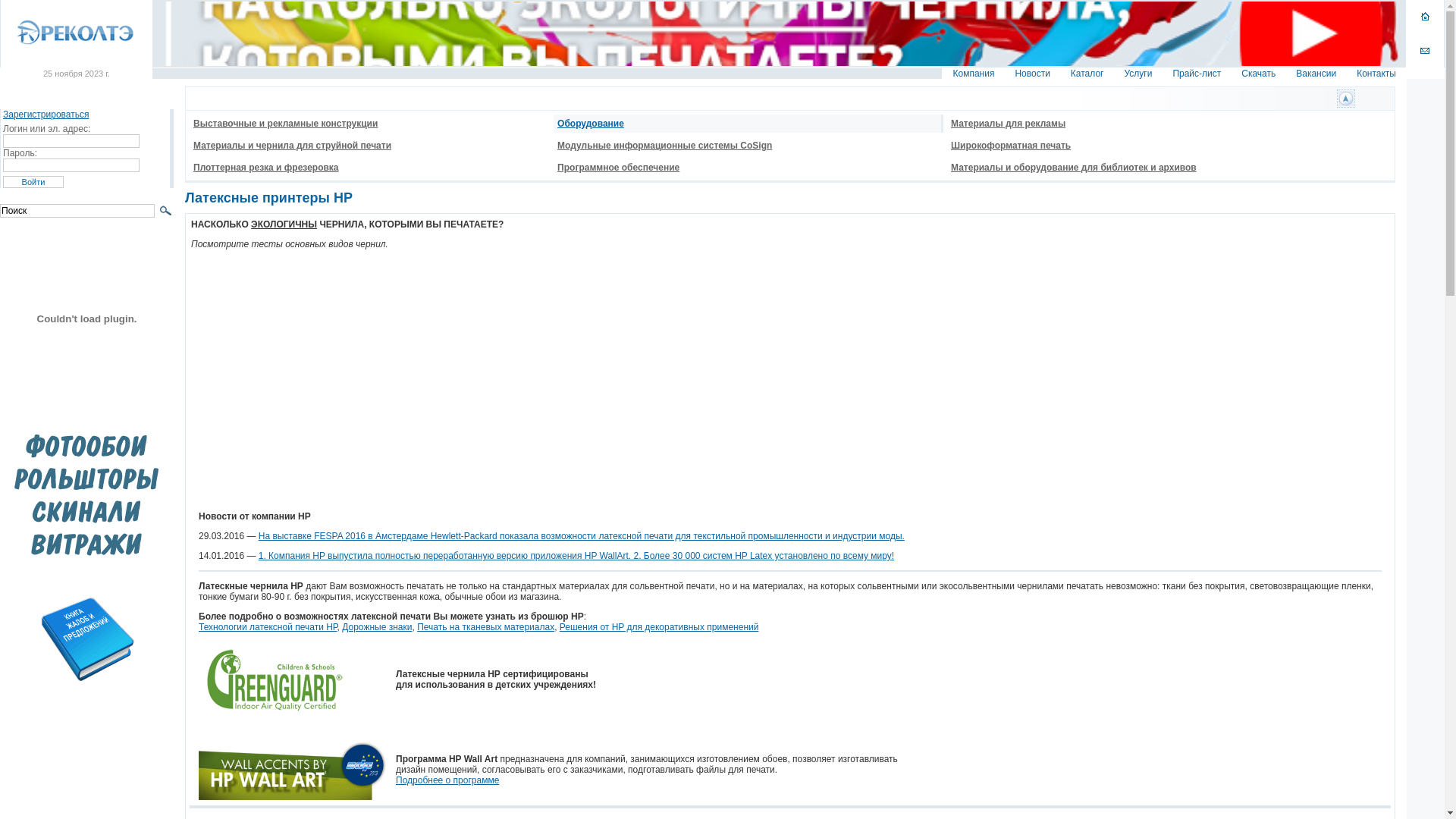  What do you see at coordinates (1346, 99) in the screenshot?
I see `'????????'` at bounding box center [1346, 99].